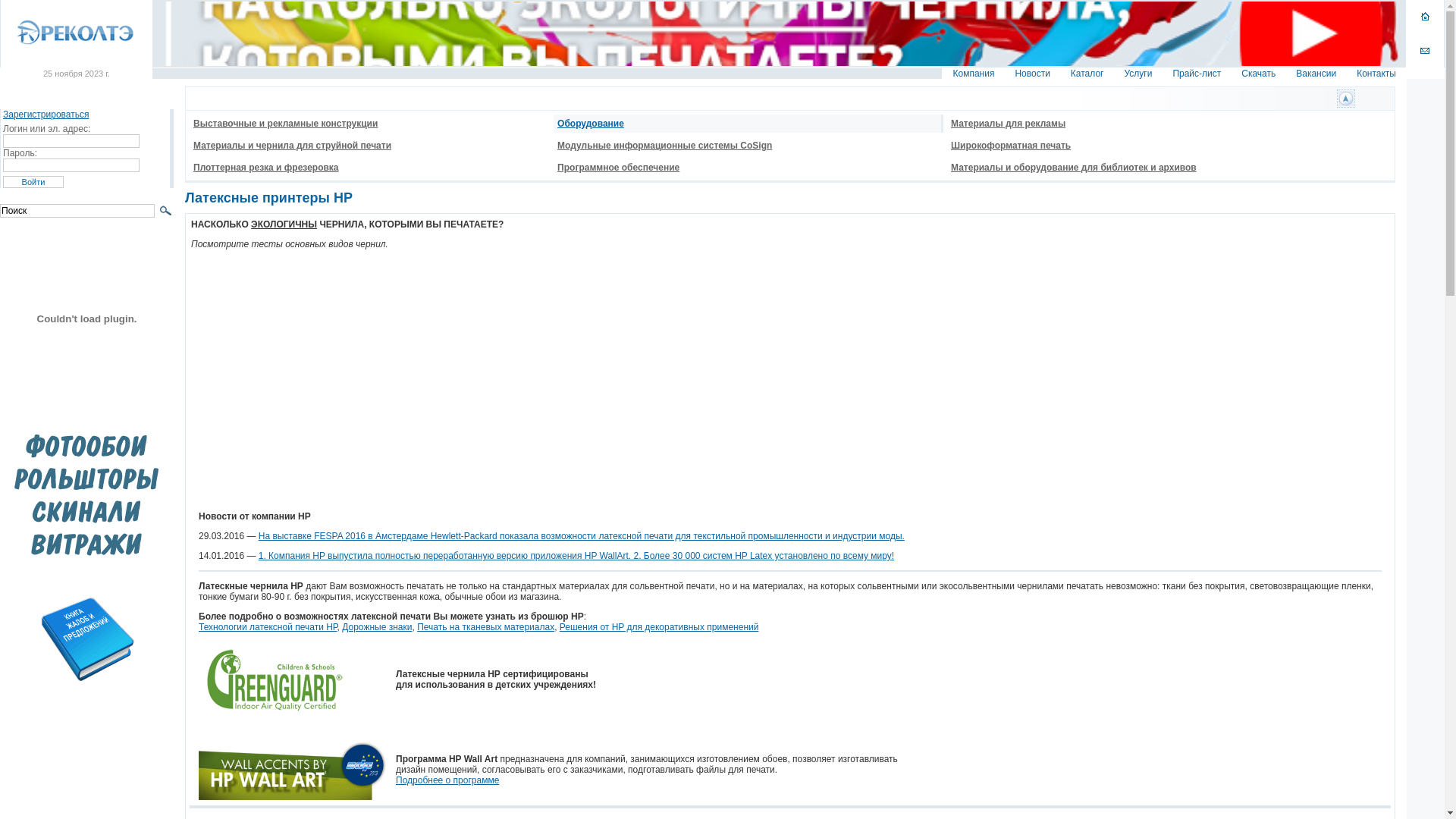  What do you see at coordinates (1346, 99) in the screenshot?
I see `'????????'` at bounding box center [1346, 99].